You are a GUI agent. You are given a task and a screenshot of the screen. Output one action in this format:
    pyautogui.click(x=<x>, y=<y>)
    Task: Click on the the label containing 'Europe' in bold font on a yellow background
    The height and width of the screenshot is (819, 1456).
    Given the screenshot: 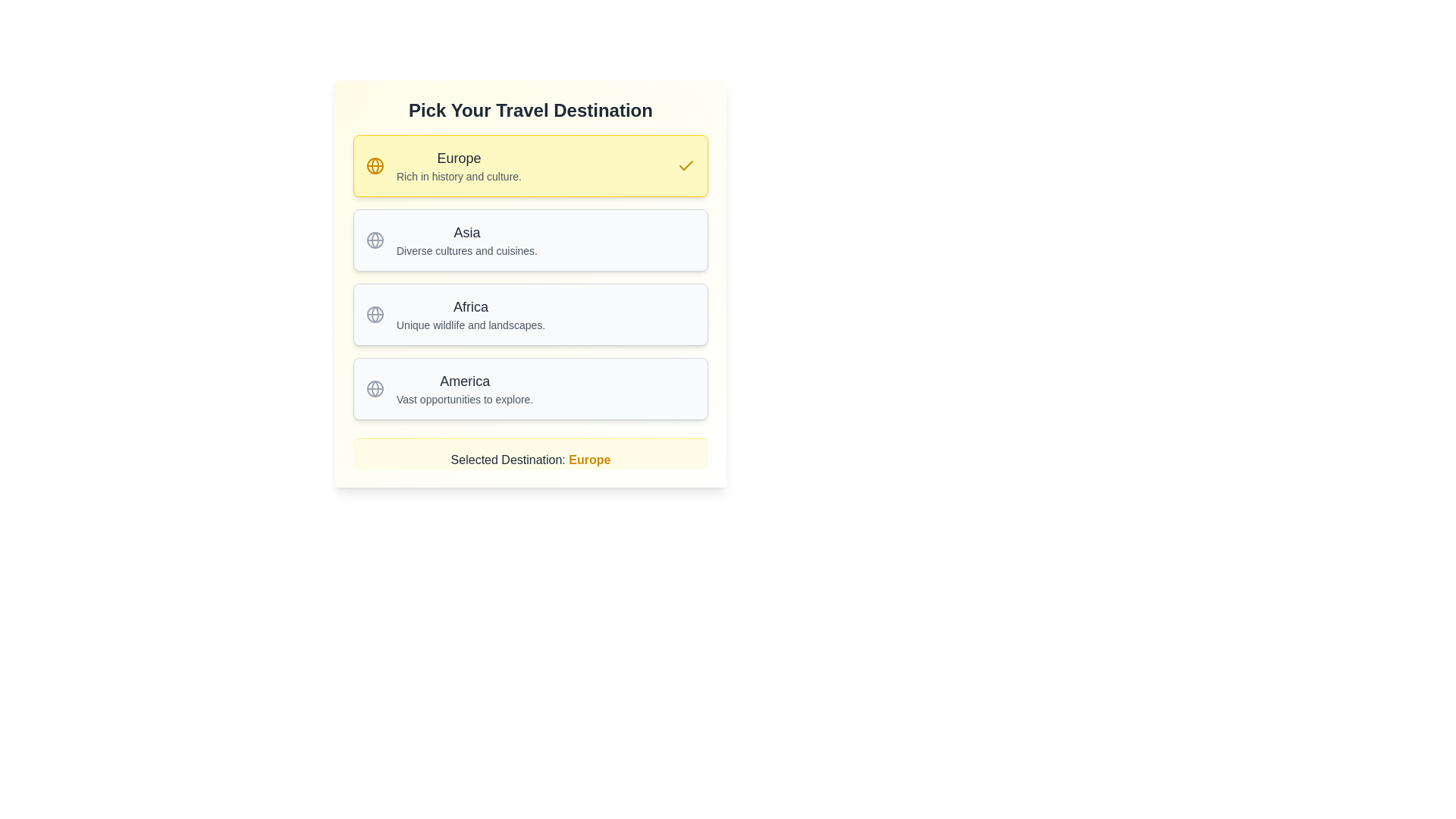 What is the action you would take?
    pyautogui.click(x=457, y=166)
    